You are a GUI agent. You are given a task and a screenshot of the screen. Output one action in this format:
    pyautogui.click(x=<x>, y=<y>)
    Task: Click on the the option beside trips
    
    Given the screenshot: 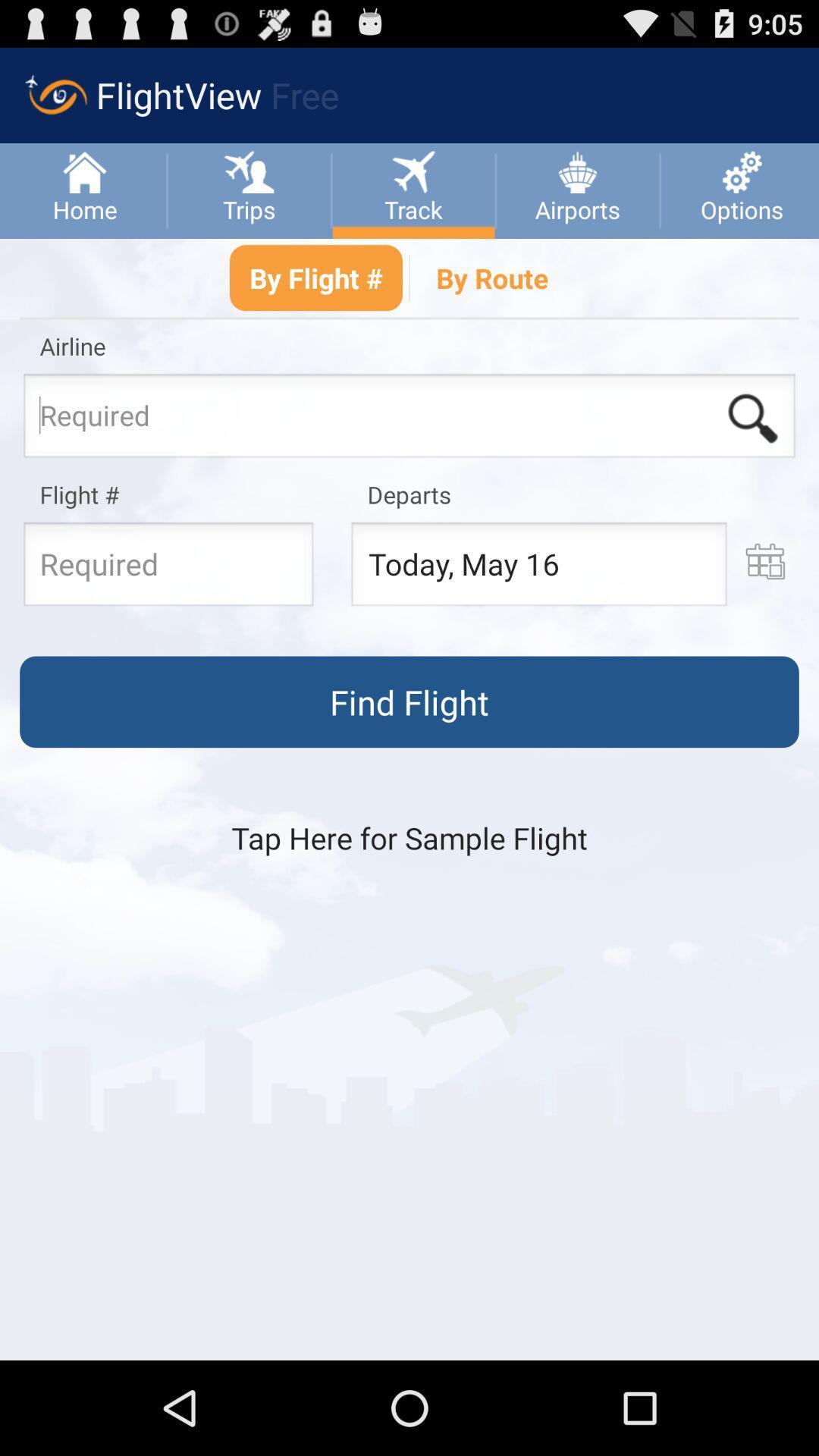 What is the action you would take?
    pyautogui.click(x=413, y=170)
    